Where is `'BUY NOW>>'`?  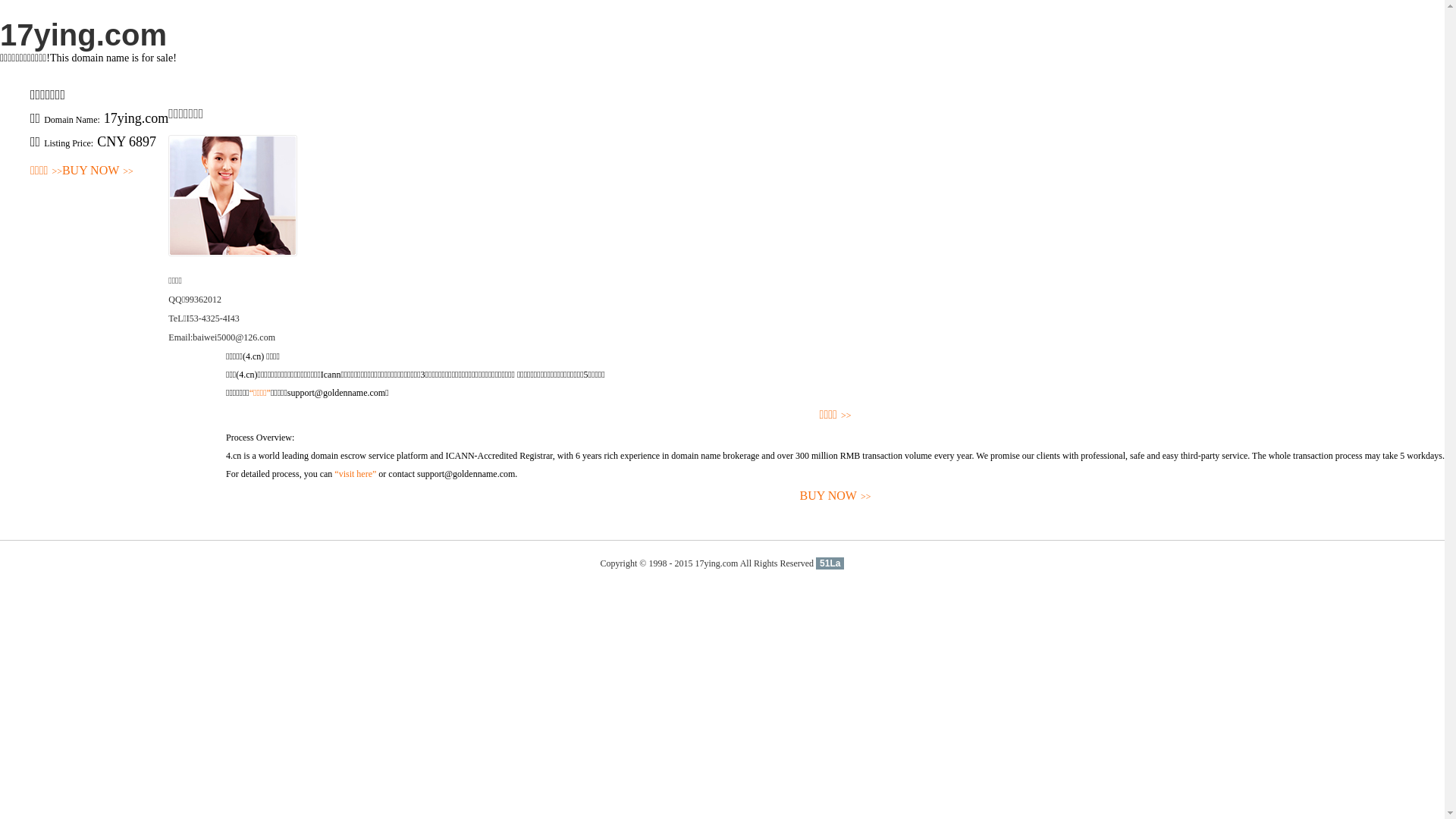 'BUY NOW>>' is located at coordinates (834, 496).